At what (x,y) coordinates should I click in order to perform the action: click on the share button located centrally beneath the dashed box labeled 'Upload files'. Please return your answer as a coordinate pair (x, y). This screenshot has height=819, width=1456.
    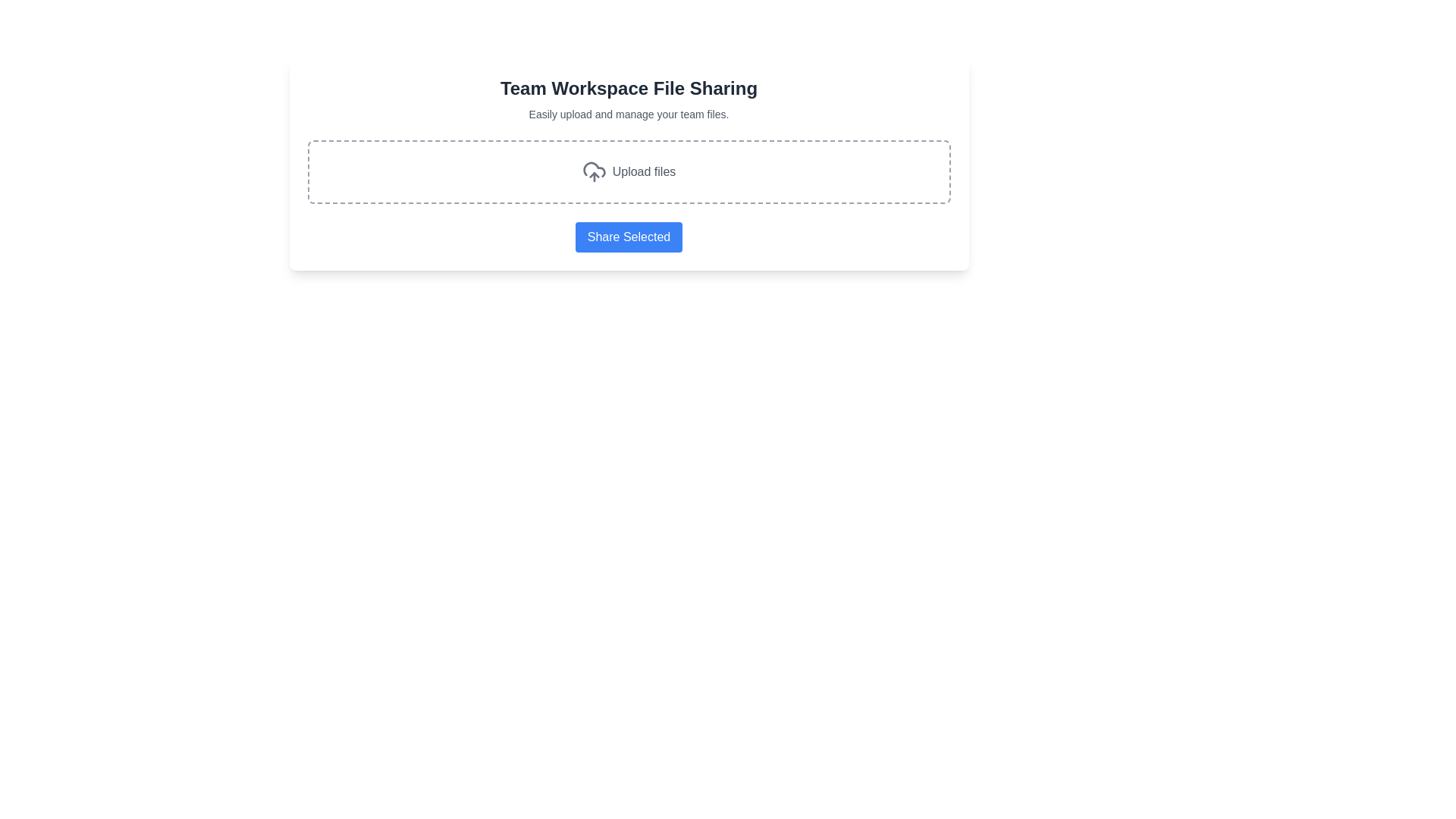
    Looking at the image, I should click on (629, 237).